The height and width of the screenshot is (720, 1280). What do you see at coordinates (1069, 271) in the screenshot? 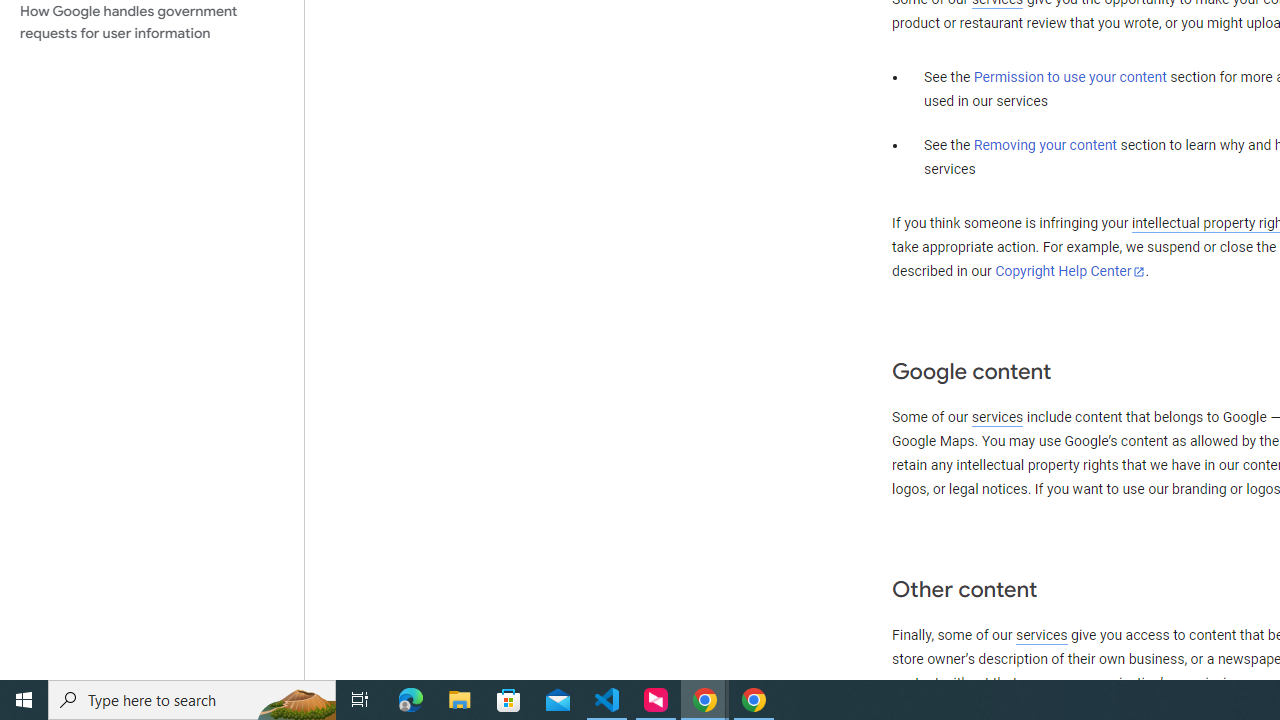
I see `'Copyright Help Center'` at bounding box center [1069, 271].